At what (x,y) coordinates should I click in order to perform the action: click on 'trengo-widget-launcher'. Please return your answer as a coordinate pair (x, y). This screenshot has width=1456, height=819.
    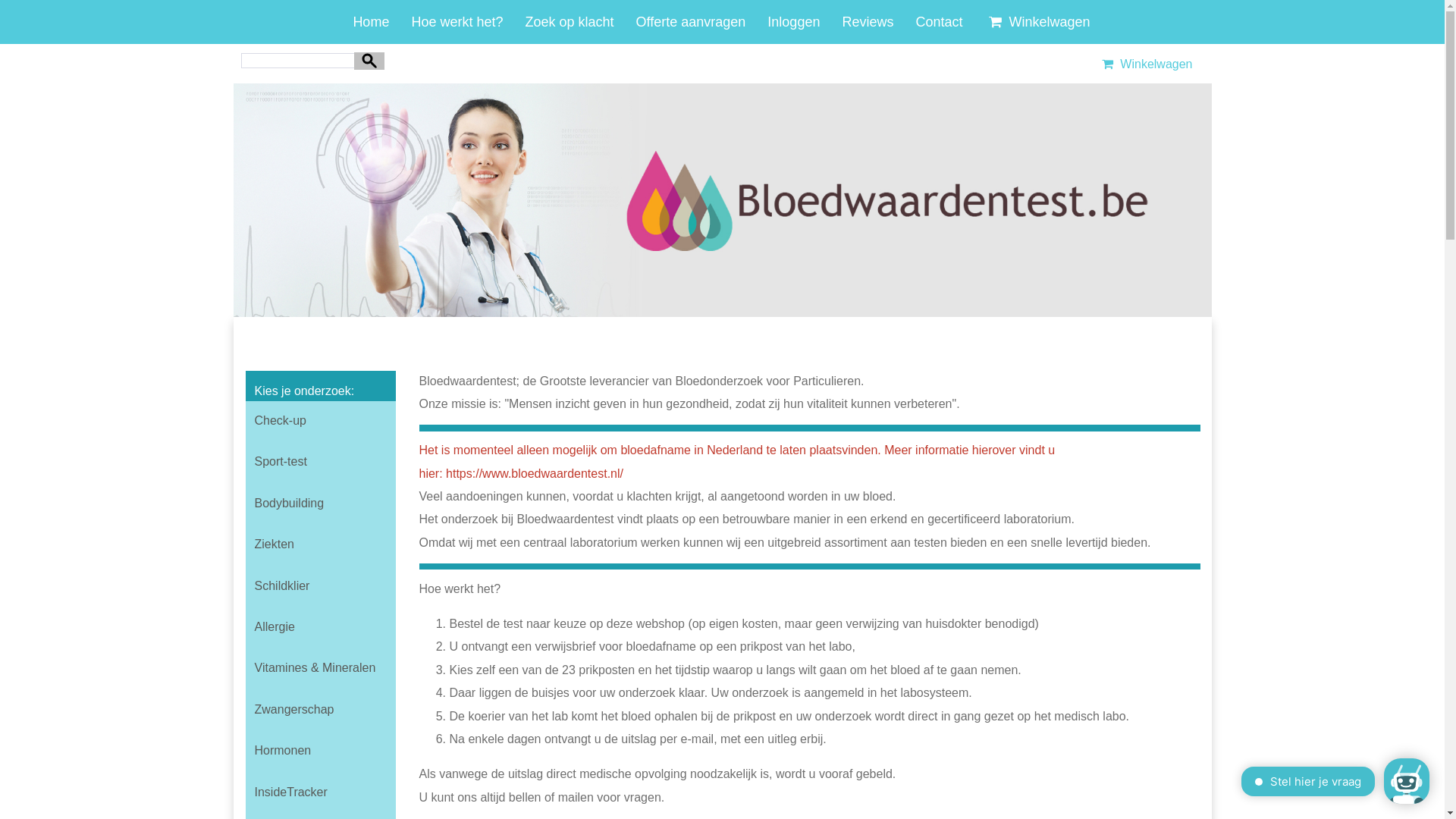
    Looking at the image, I should click on (1383, 780).